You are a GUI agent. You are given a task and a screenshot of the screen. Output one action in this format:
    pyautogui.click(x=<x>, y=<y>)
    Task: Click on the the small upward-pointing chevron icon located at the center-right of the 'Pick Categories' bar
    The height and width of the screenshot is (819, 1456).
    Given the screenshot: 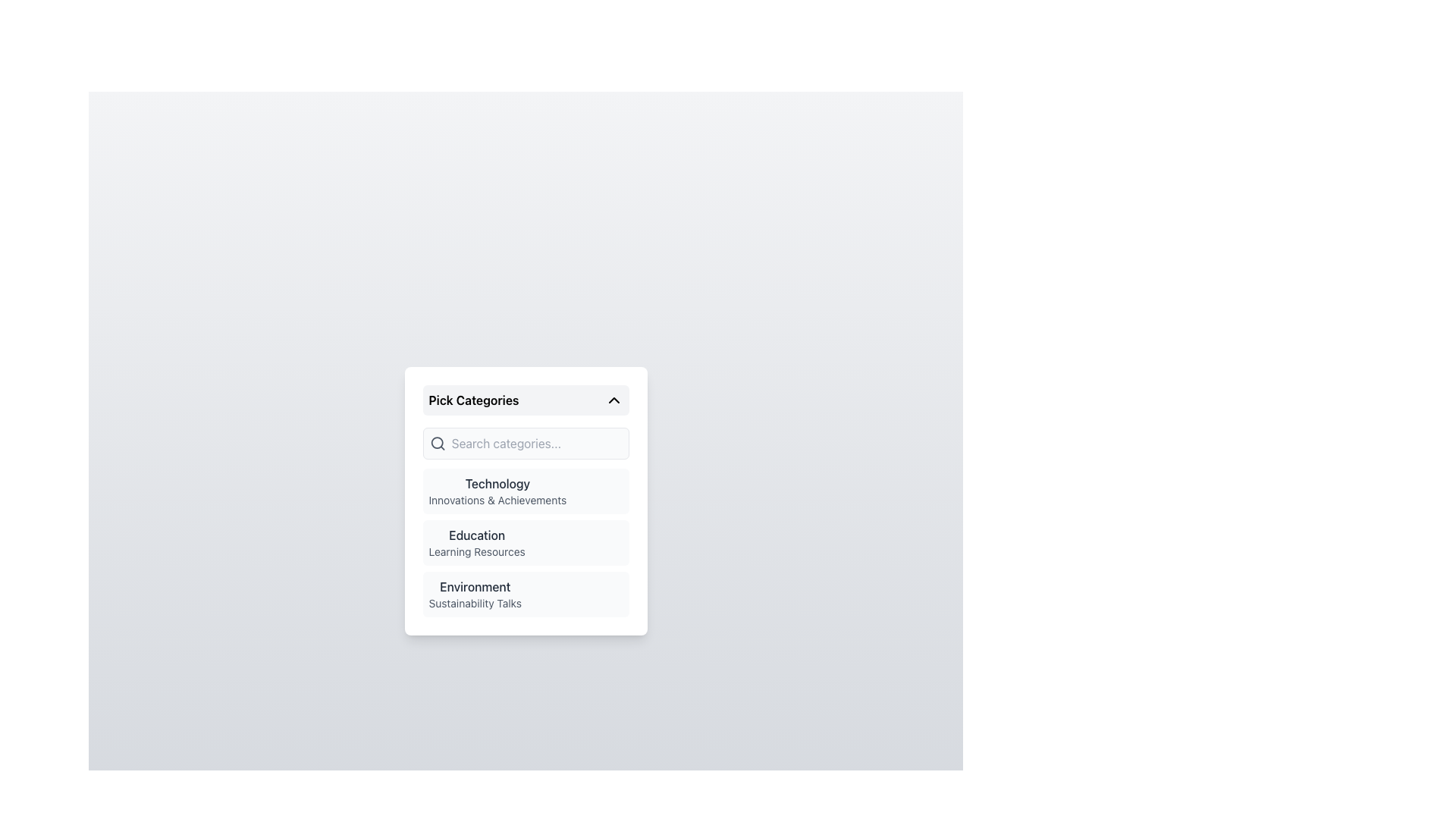 What is the action you would take?
    pyautogui.click(x=613, y=400)
    